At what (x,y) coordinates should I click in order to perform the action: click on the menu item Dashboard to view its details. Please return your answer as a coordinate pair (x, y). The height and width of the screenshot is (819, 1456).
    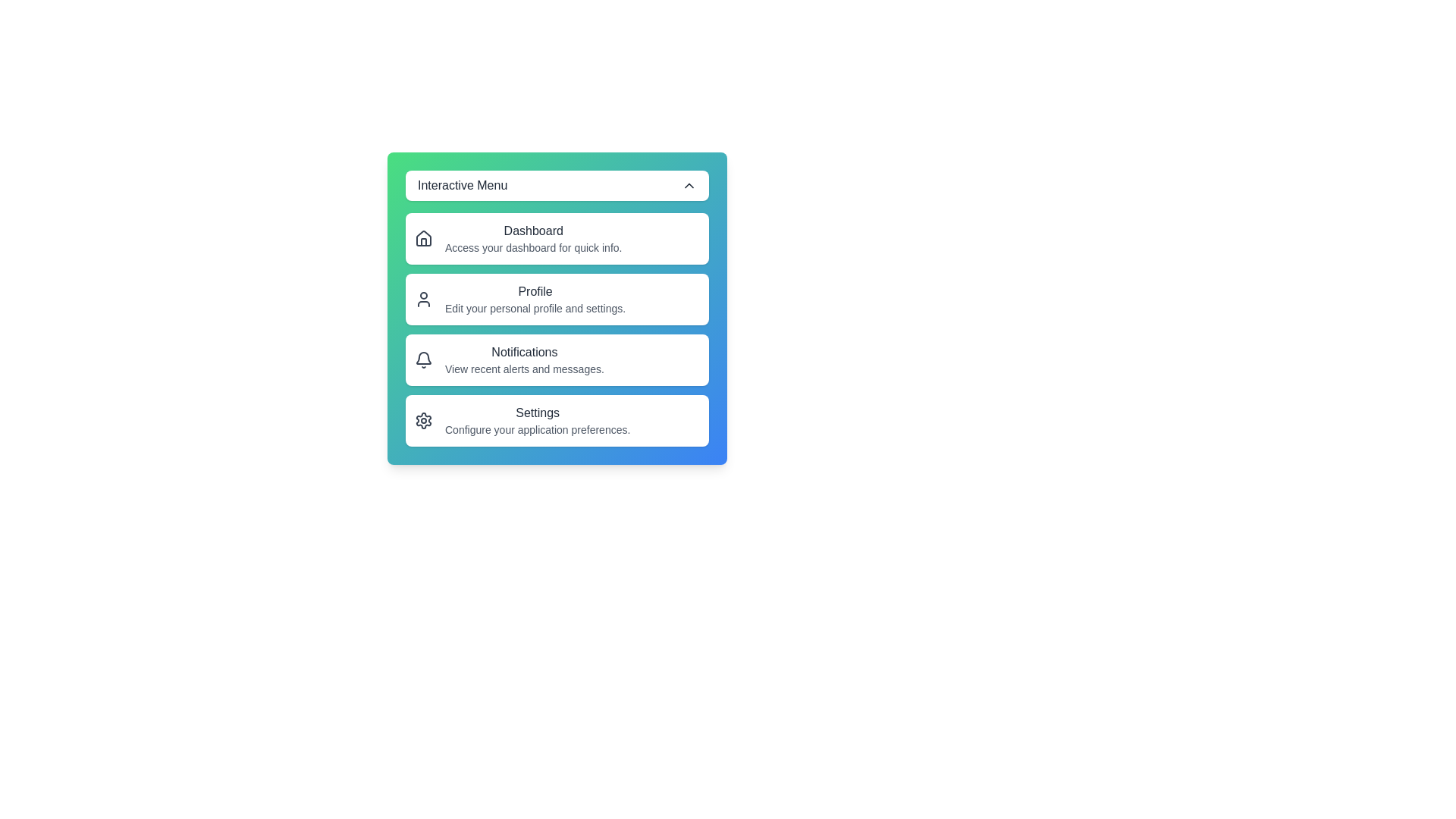
    Looking at the image, I should click on (556, 239).